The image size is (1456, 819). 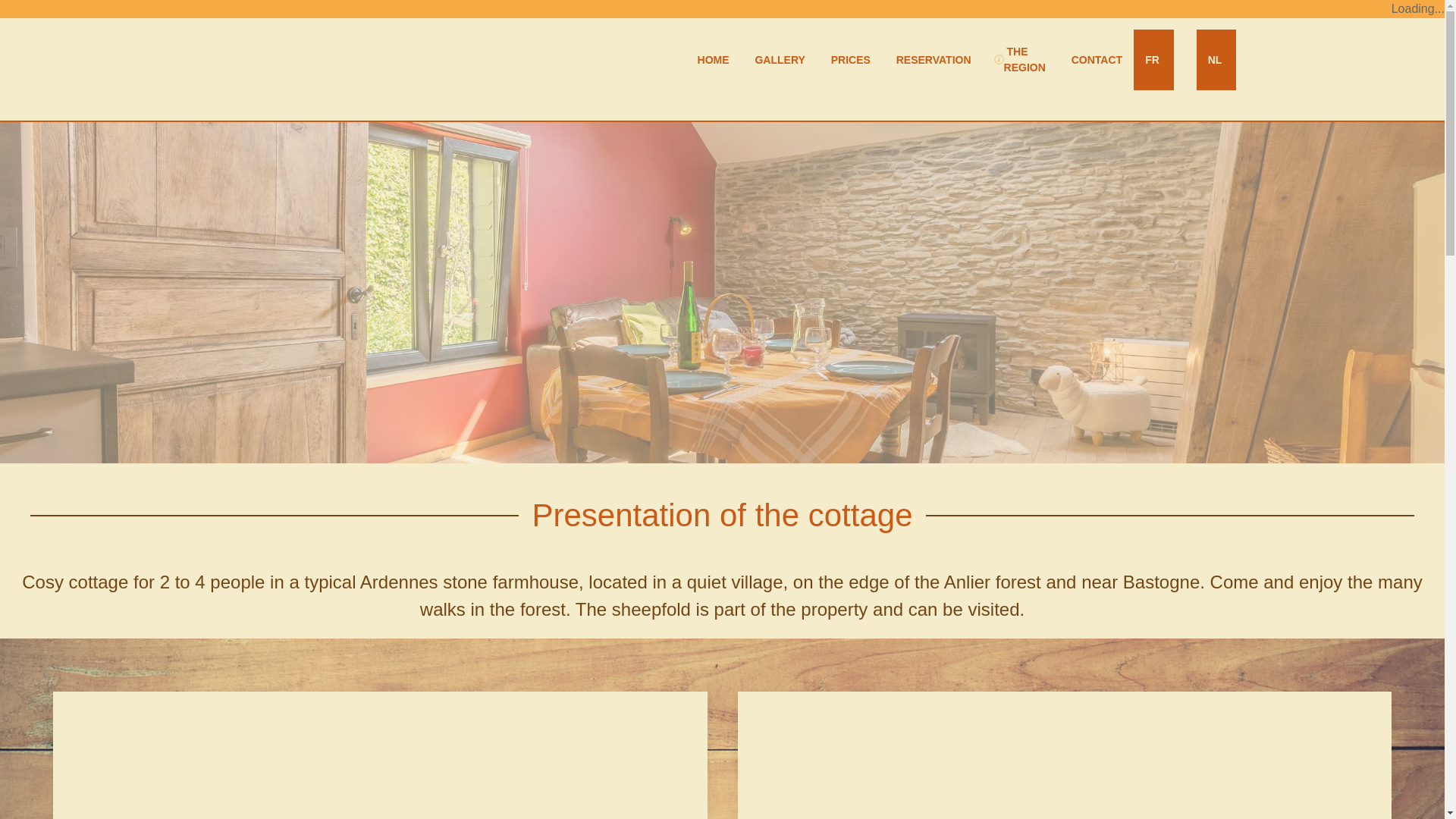 What do you see at coordinates (779, 58) in the screenshot?
I see `' GALLERY'` at bounding box center [779, 58].